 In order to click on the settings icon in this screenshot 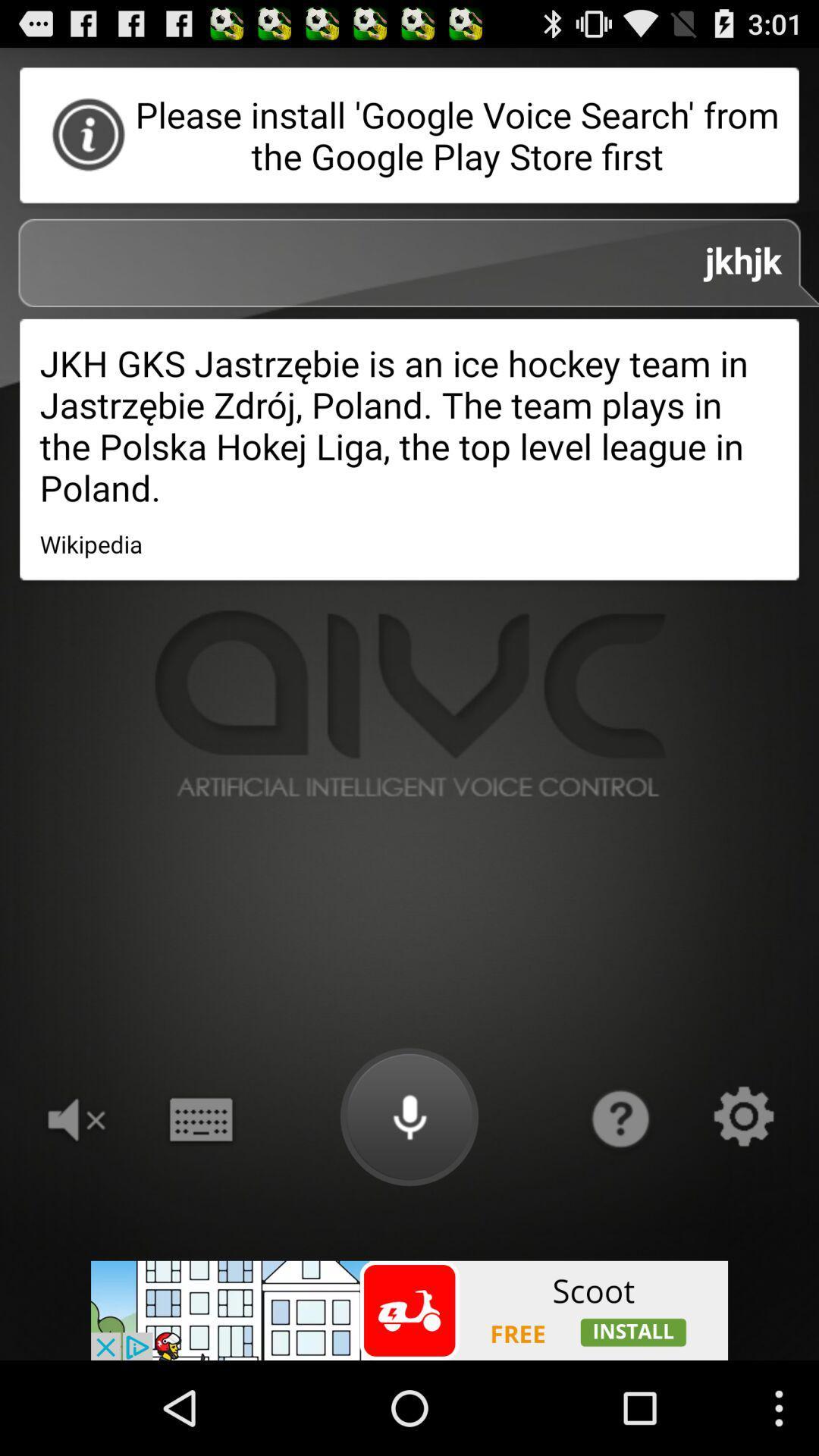, I will do `click(743, 1194)`.